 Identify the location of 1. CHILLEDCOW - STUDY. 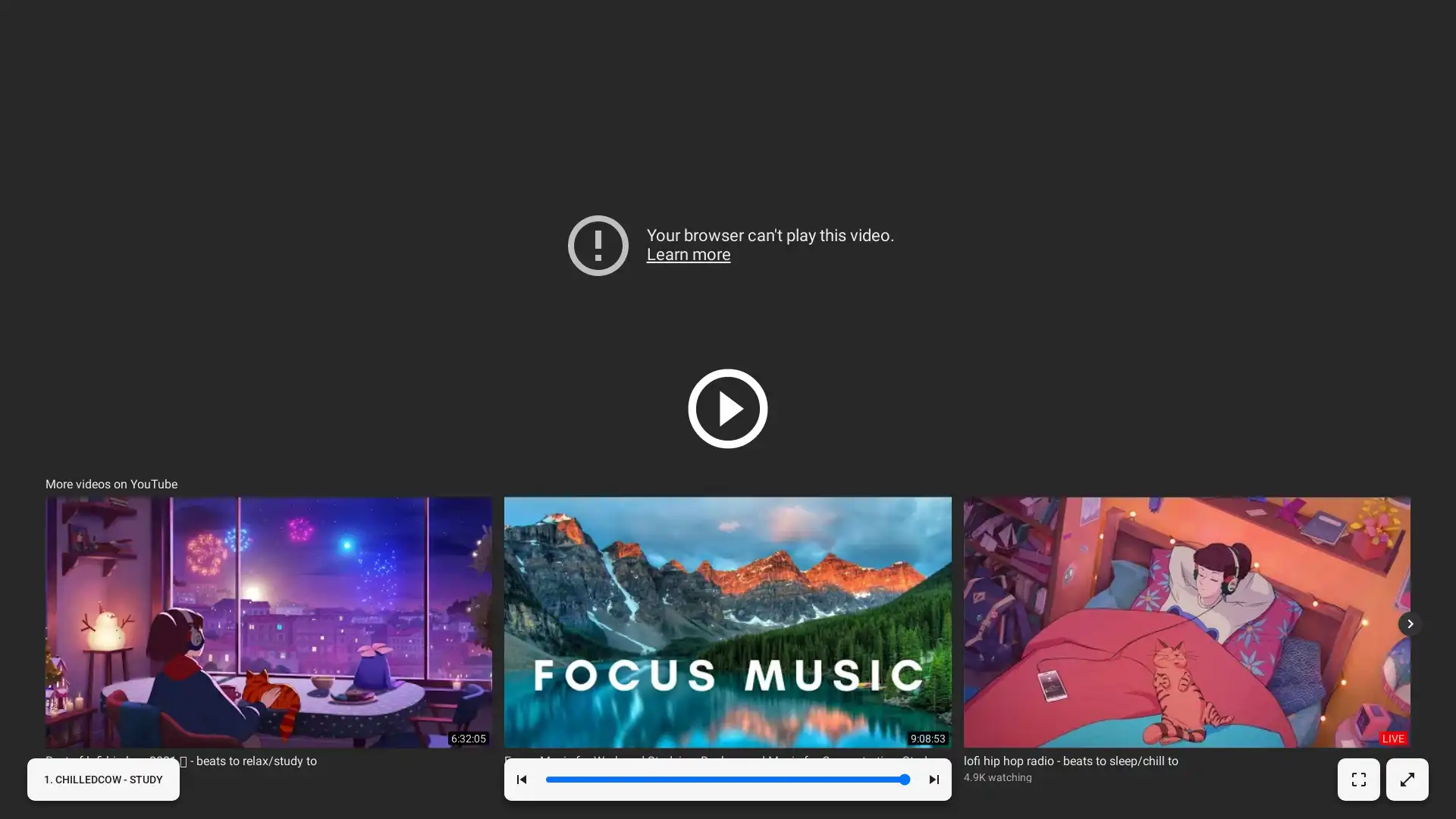
(102, 780).